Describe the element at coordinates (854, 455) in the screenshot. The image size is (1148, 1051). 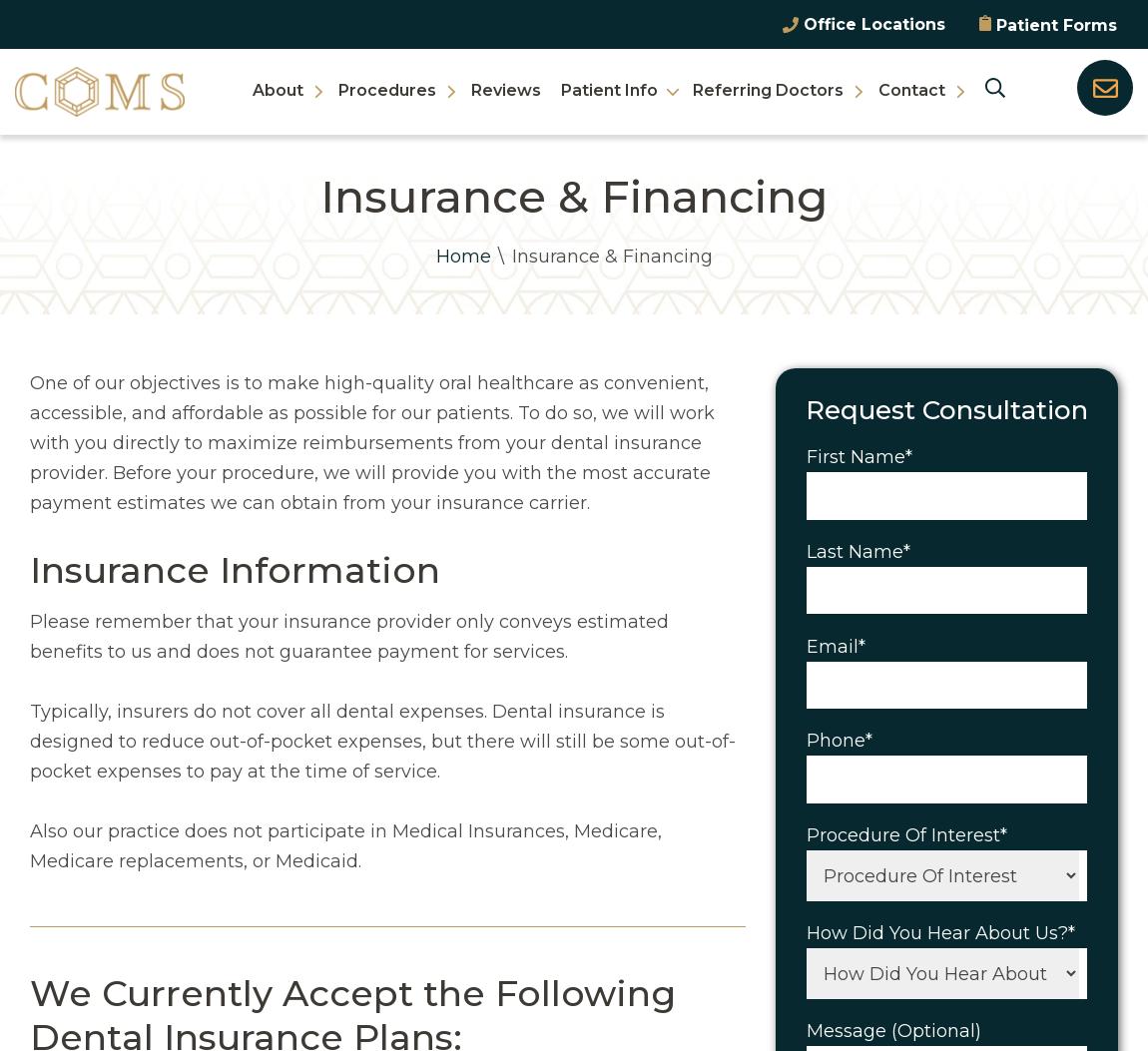
I see `'First Name'` at that location.